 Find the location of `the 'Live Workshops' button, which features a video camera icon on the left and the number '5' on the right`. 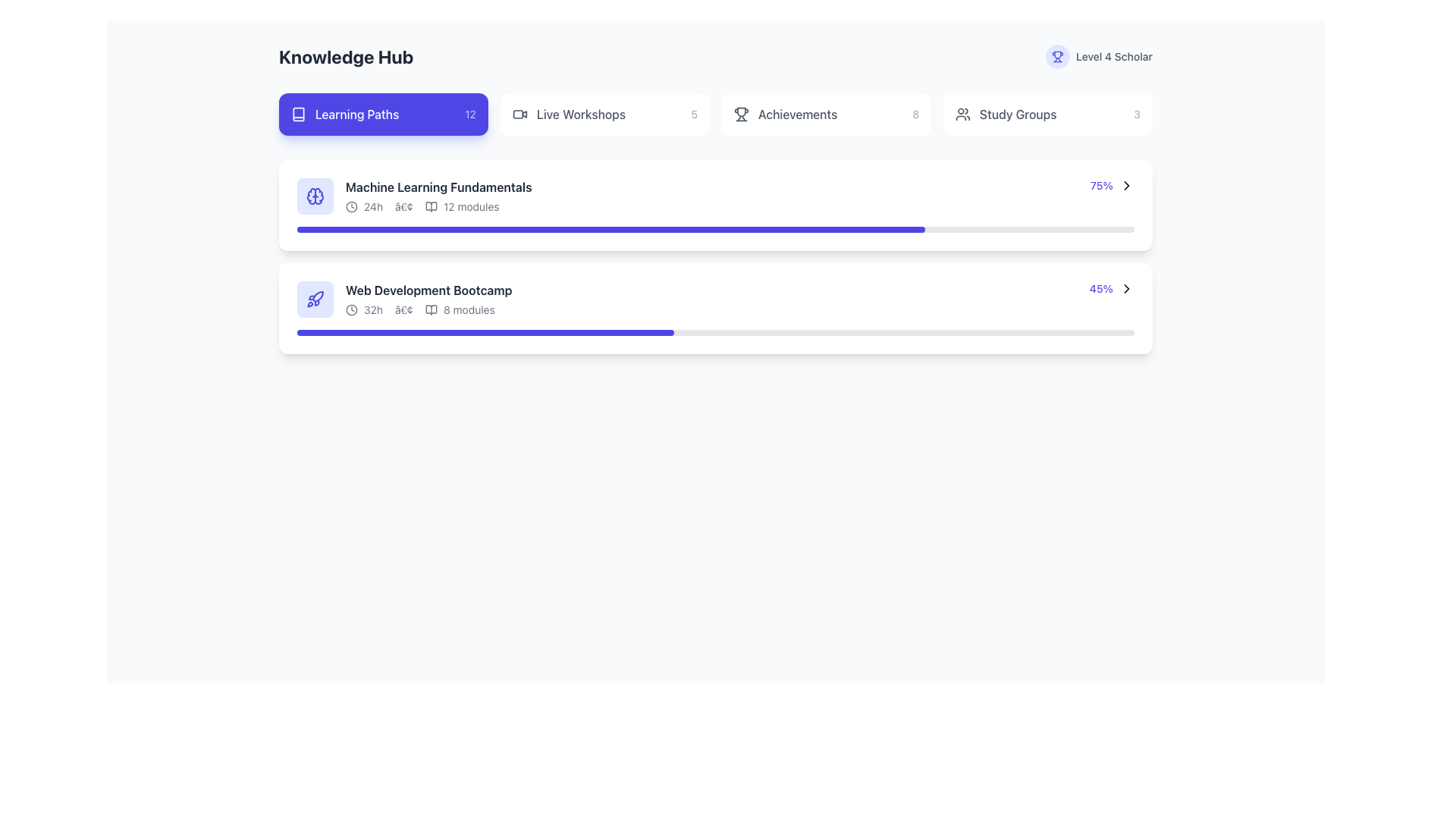

the 'Live Workshops' button, which features a video camera icon on the left and the number '5' on the right is located at coordinates (604, 113).